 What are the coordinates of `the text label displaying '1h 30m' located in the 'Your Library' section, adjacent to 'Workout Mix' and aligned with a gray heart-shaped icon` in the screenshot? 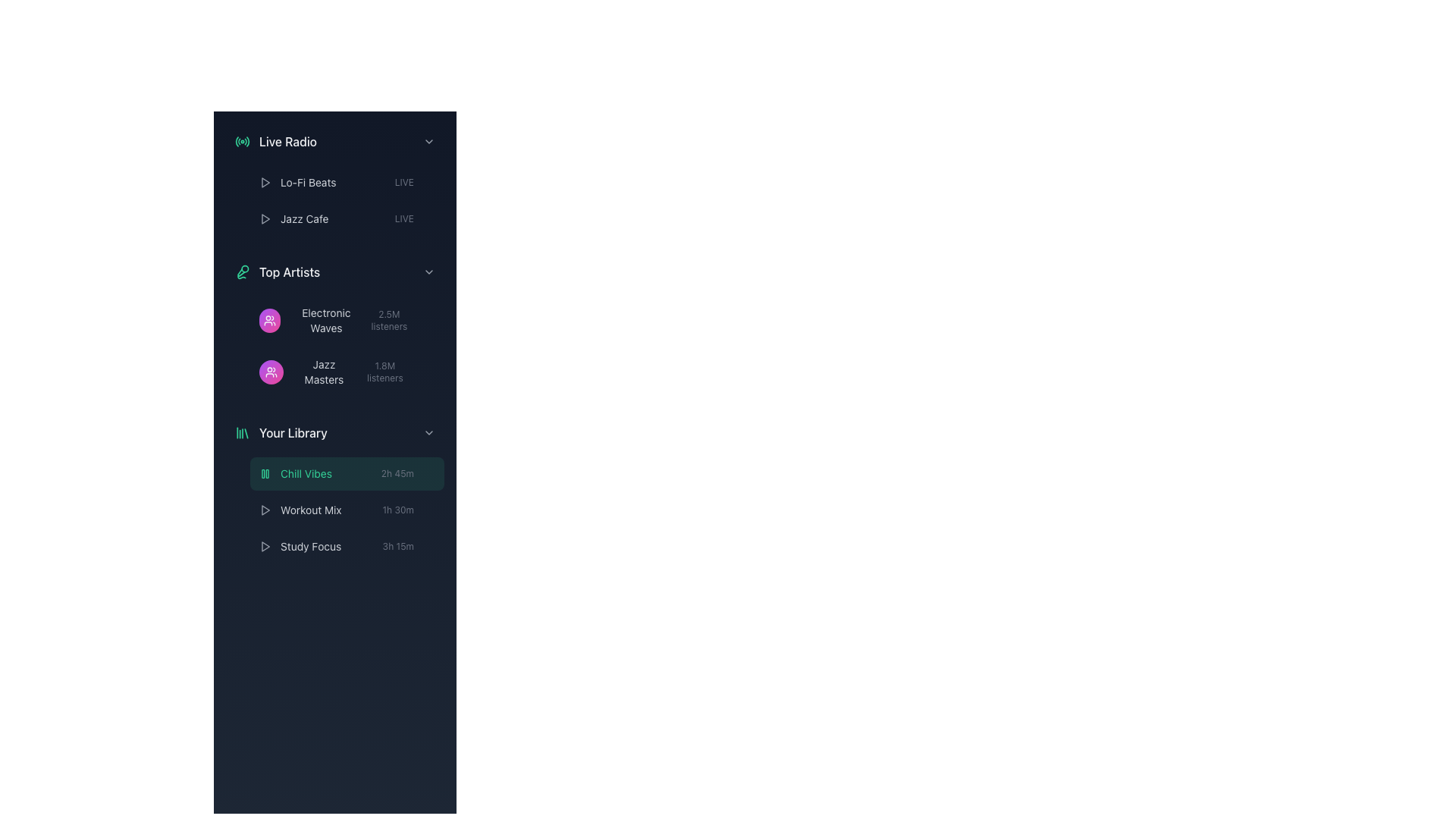 It's located at (398, 510).